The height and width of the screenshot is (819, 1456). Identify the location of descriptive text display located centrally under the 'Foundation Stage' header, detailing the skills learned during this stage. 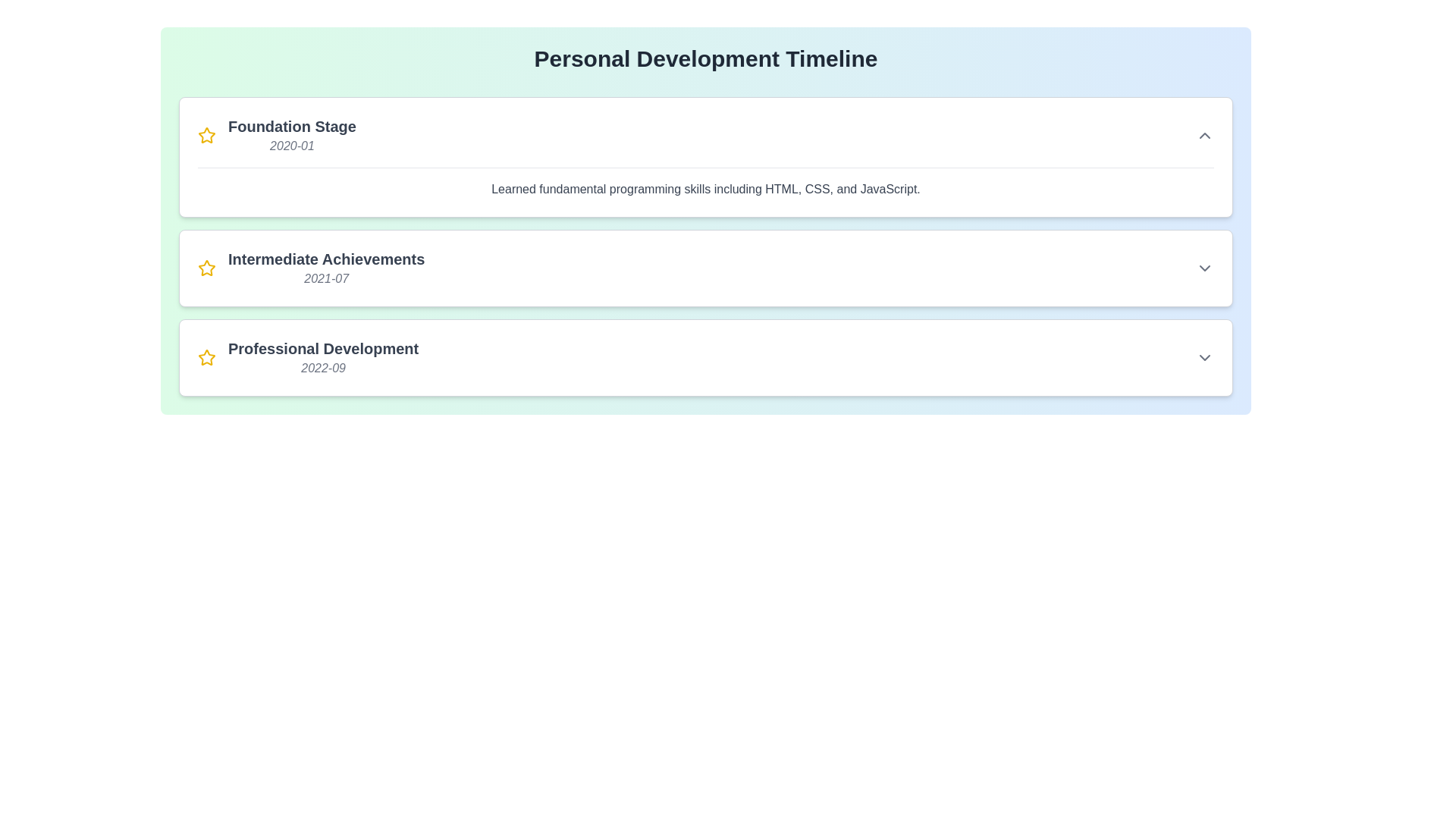
(705, 189).